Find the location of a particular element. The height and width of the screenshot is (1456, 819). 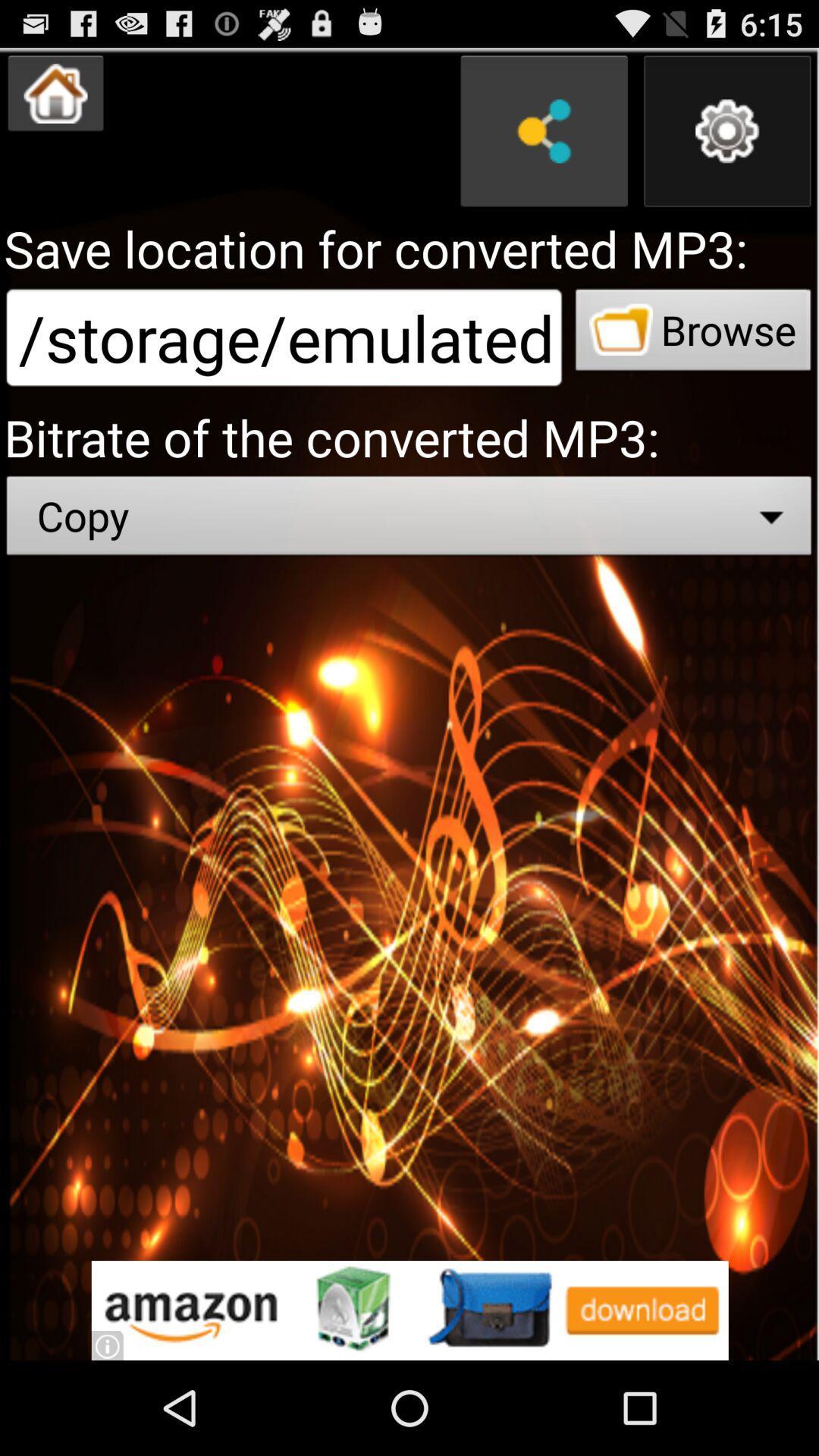

config is located at coordinates (726, 131).